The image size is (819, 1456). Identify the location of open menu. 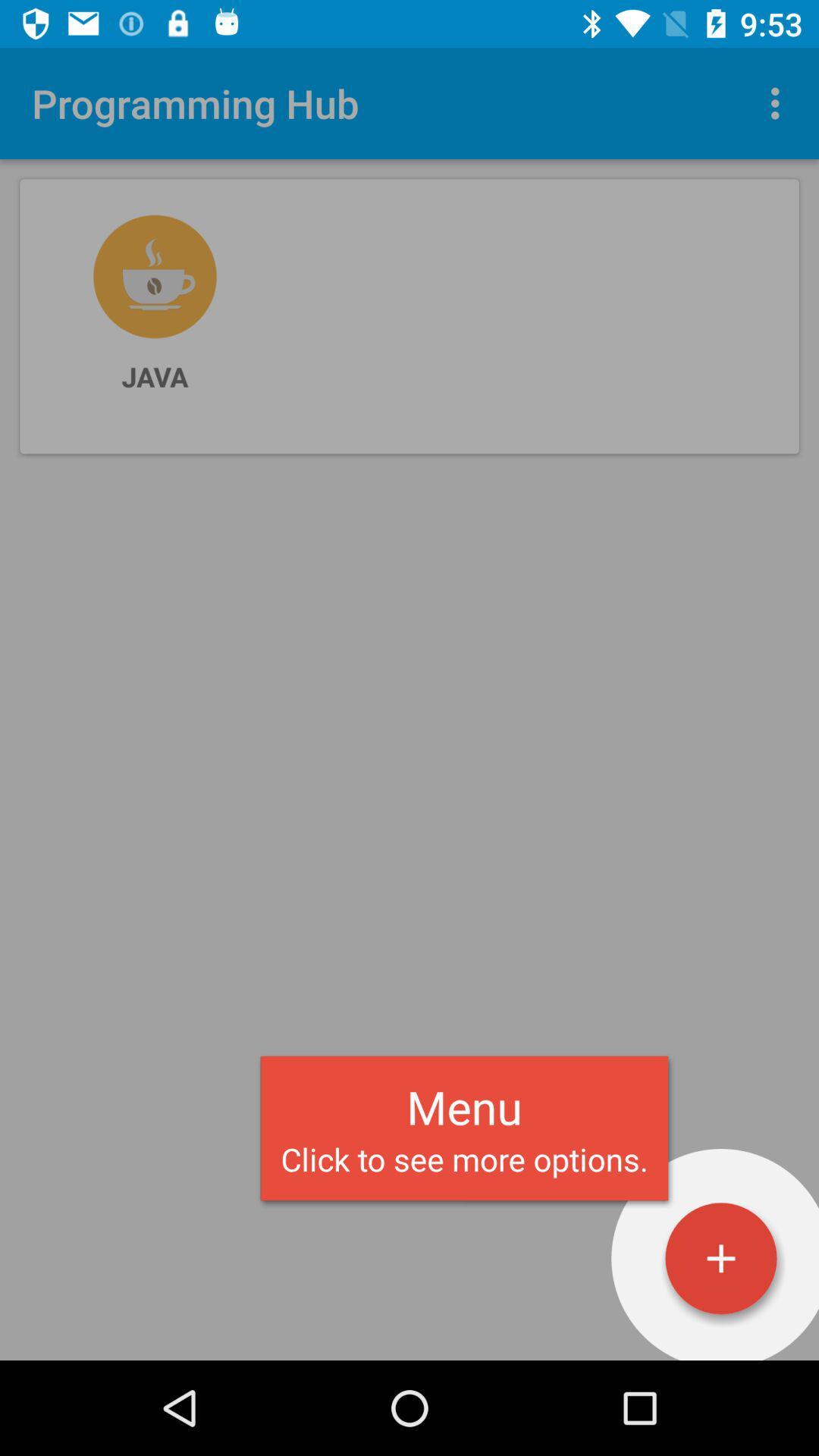
(720, 1258).